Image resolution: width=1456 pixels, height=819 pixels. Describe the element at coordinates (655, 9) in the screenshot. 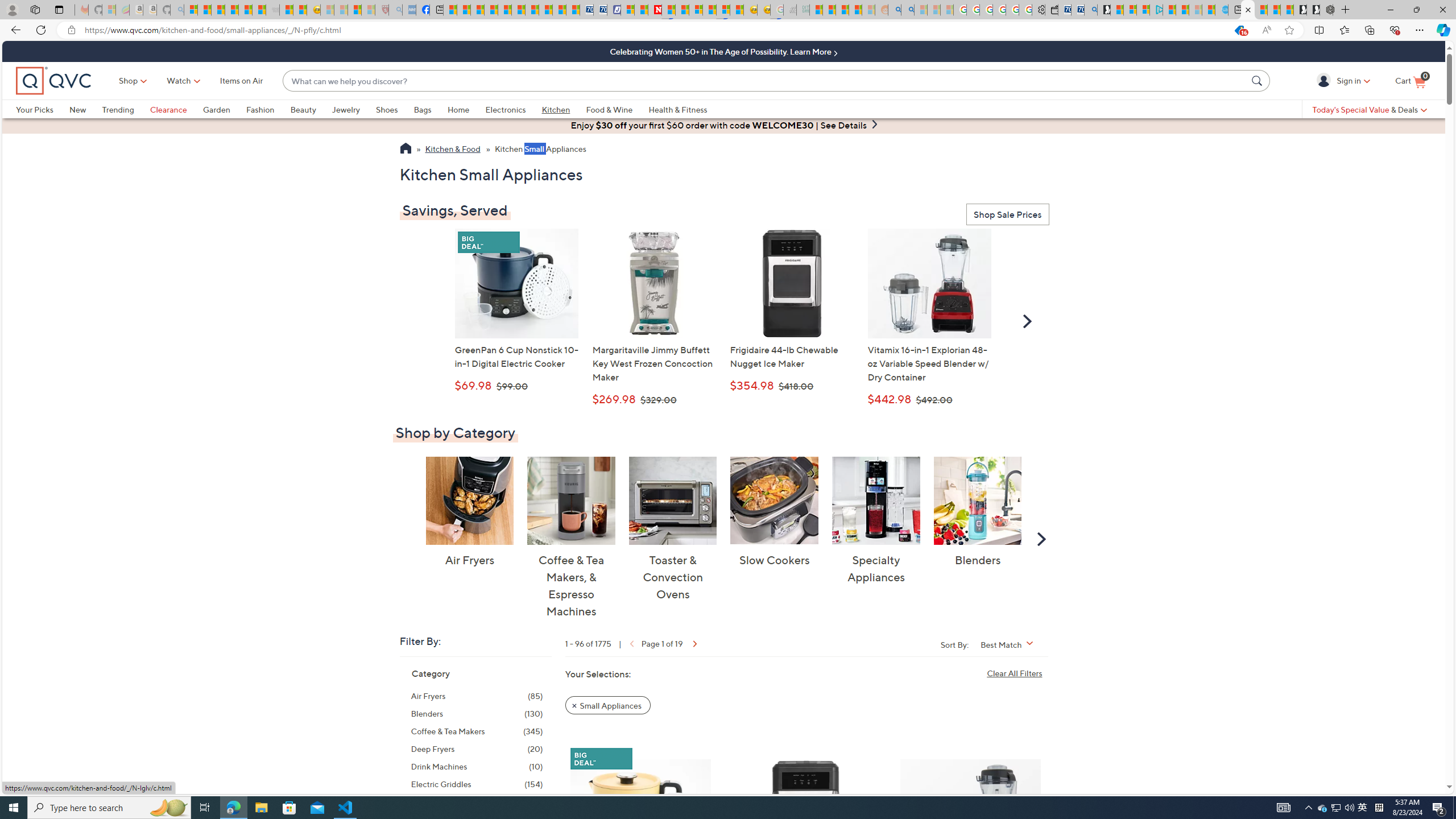

I see `'Latest Politics News & Archive | Newsweek.com'` at that location.